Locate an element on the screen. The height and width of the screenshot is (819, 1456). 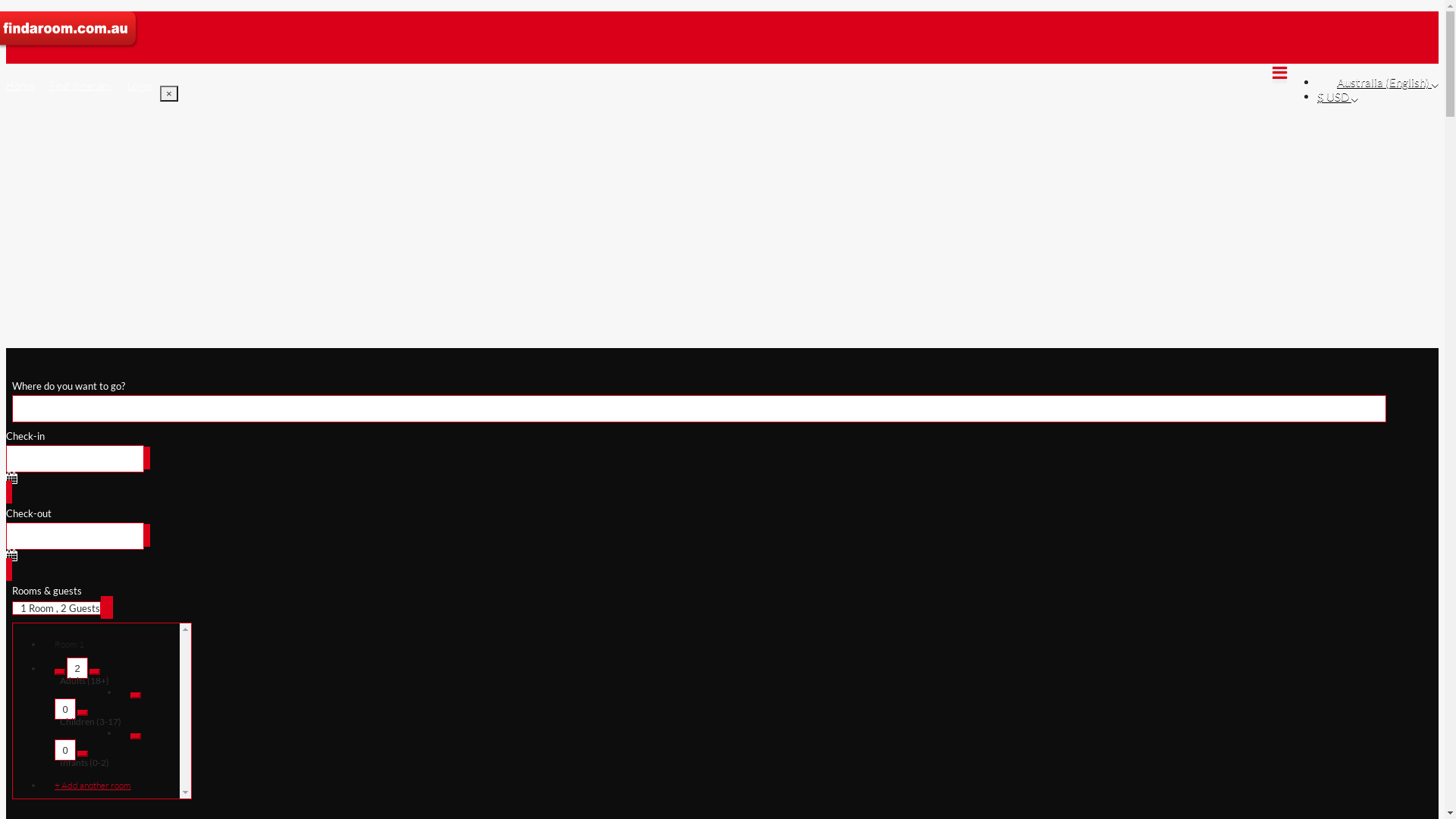
'Australia (English)' is located at coordinates (1387, 82).